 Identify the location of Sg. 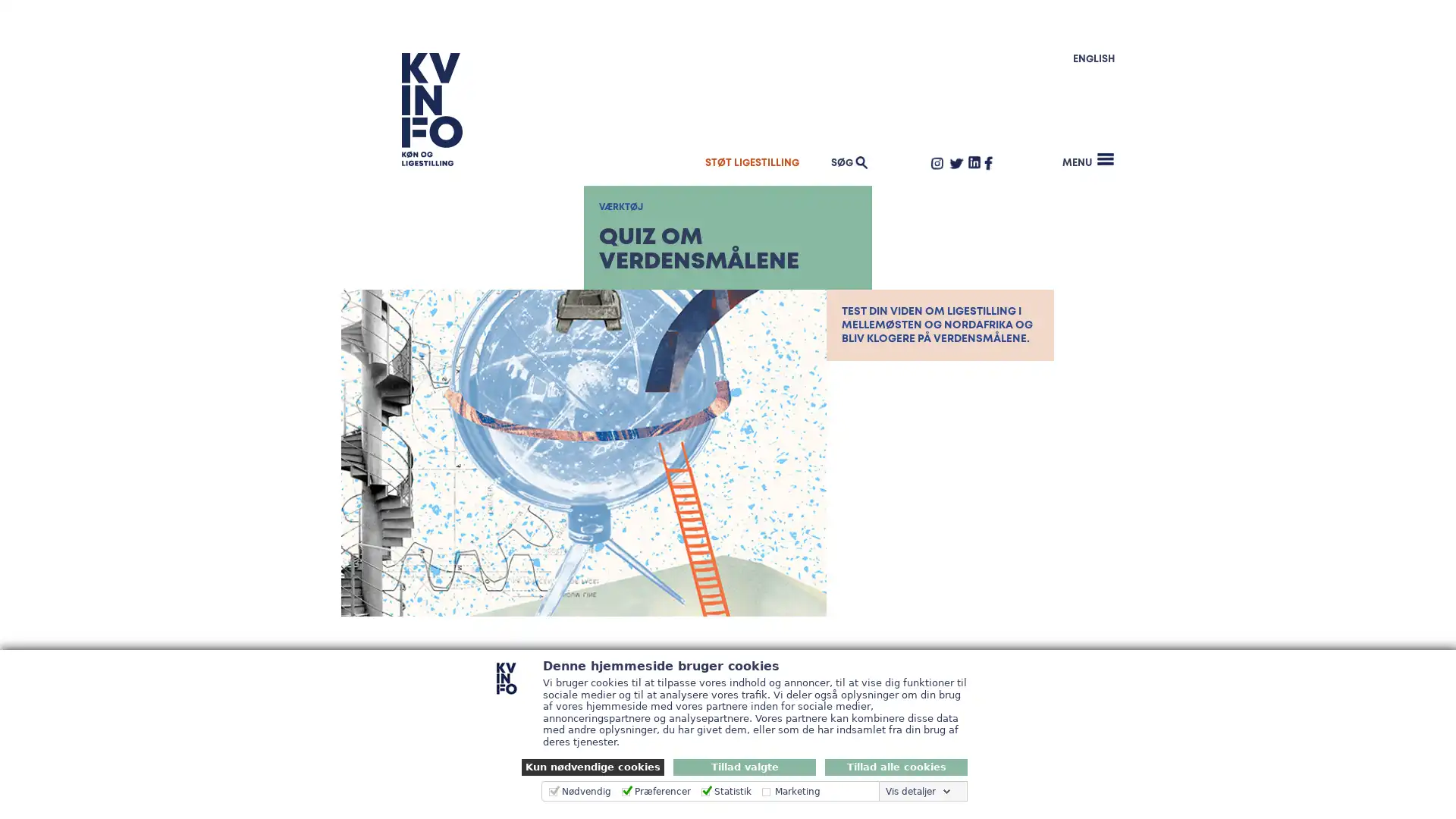
(1083, 143).